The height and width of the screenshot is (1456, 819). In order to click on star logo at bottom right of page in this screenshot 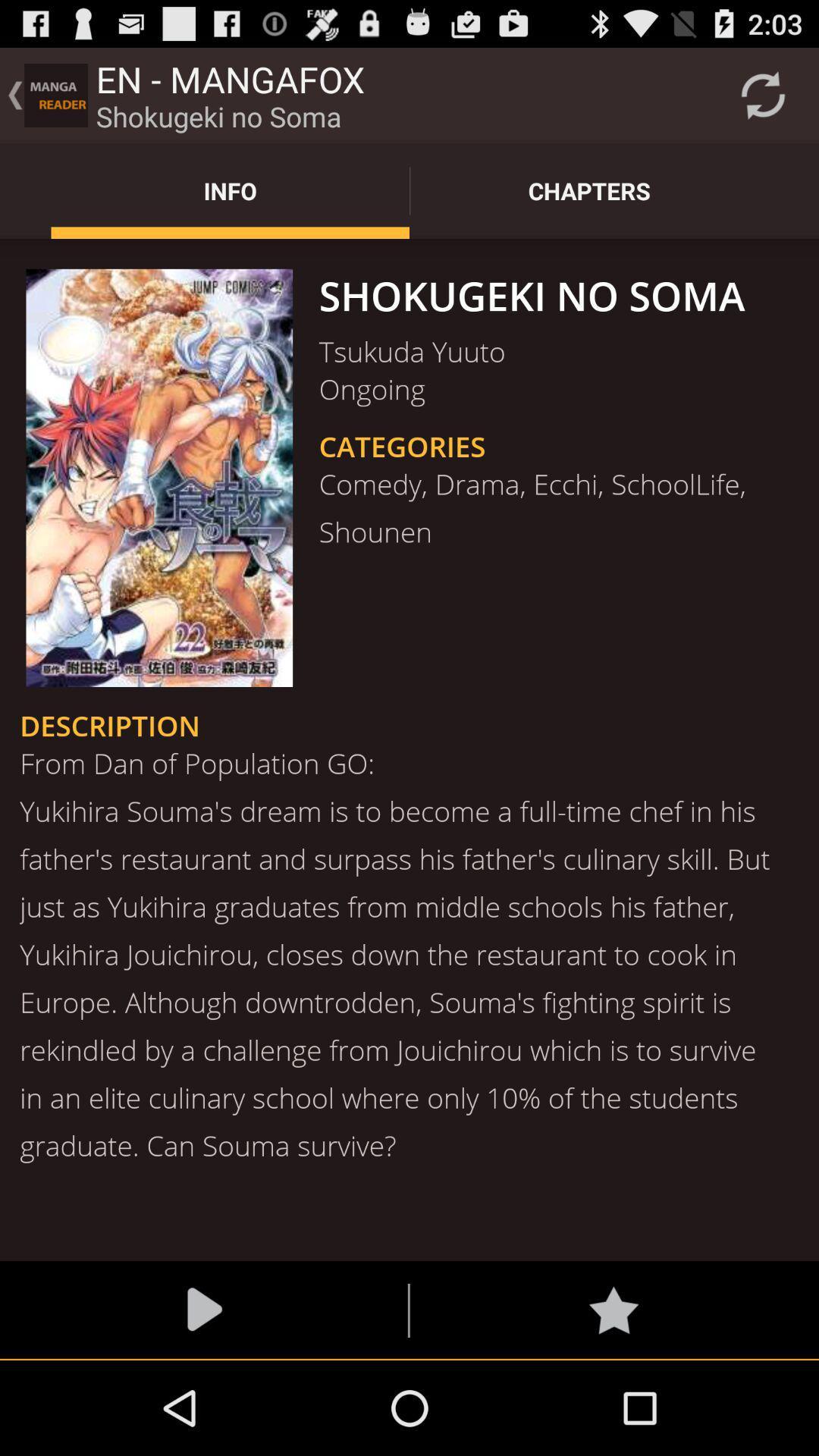, I will do `click(613, 1310)`.